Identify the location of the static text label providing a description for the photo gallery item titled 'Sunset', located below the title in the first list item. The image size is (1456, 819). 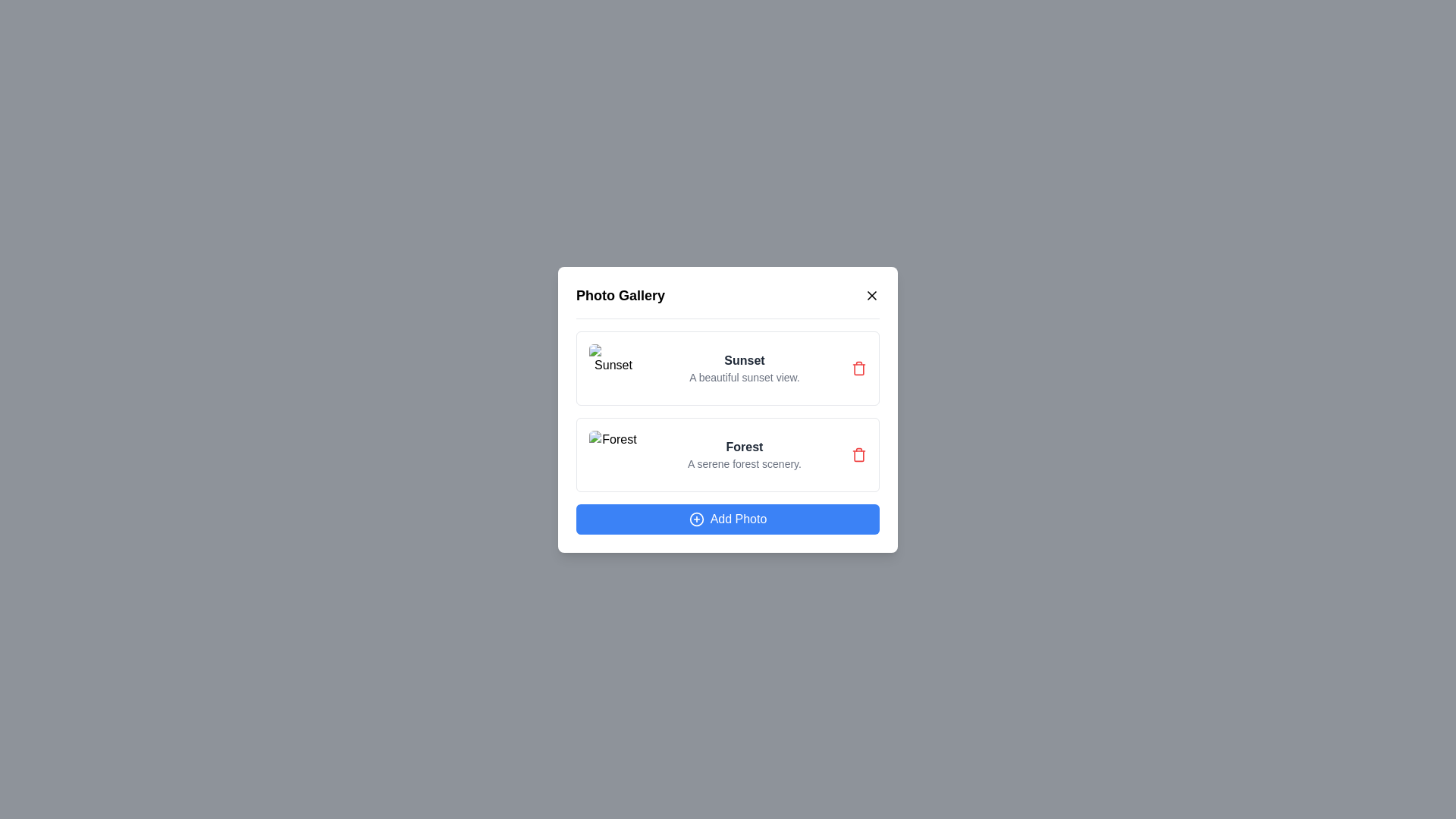
(745, 376).